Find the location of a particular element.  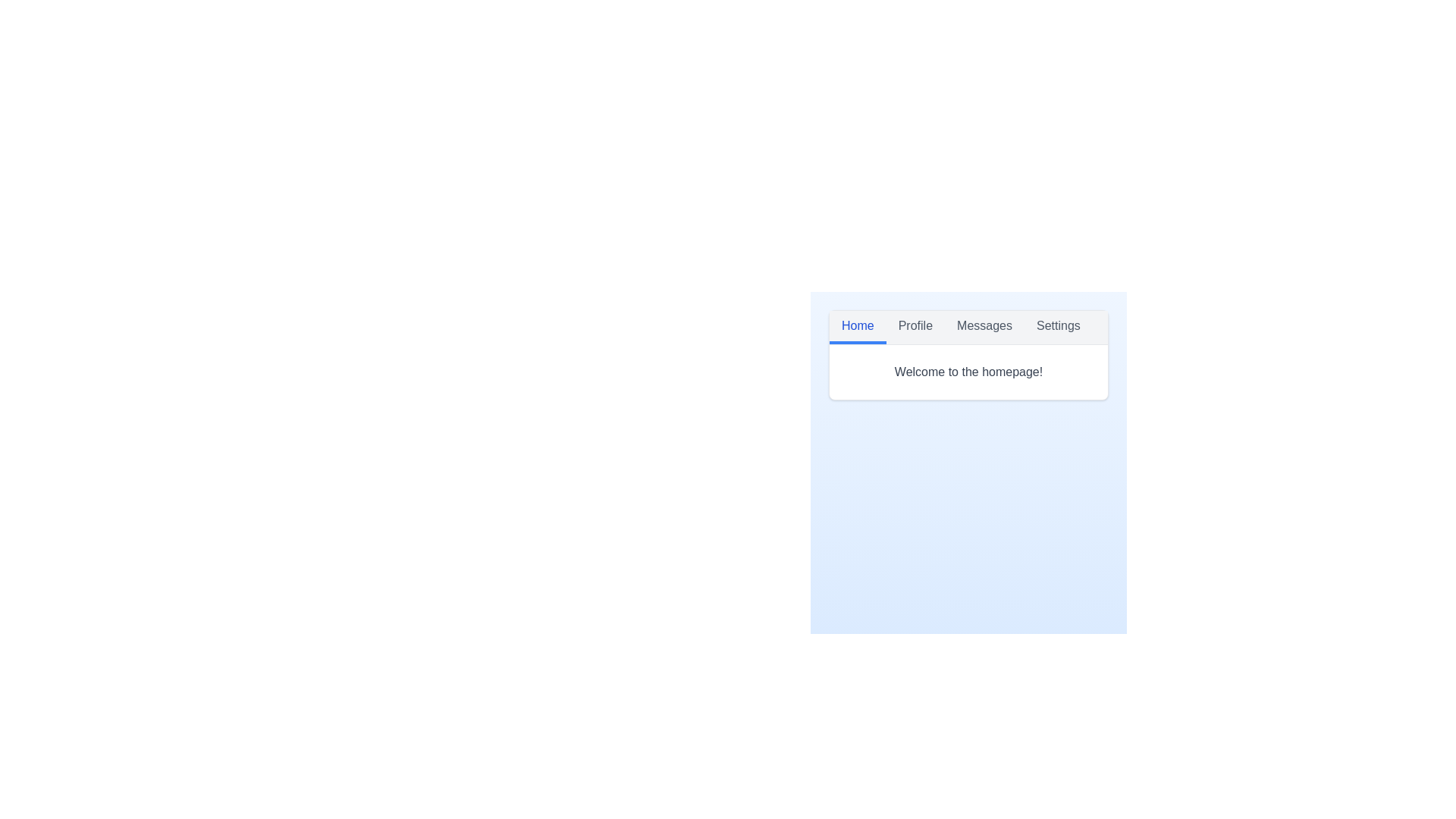

welcome message text content located below the navigation bar on the homepage, which introduces users to the primary content is located at coordinates (968, 372).